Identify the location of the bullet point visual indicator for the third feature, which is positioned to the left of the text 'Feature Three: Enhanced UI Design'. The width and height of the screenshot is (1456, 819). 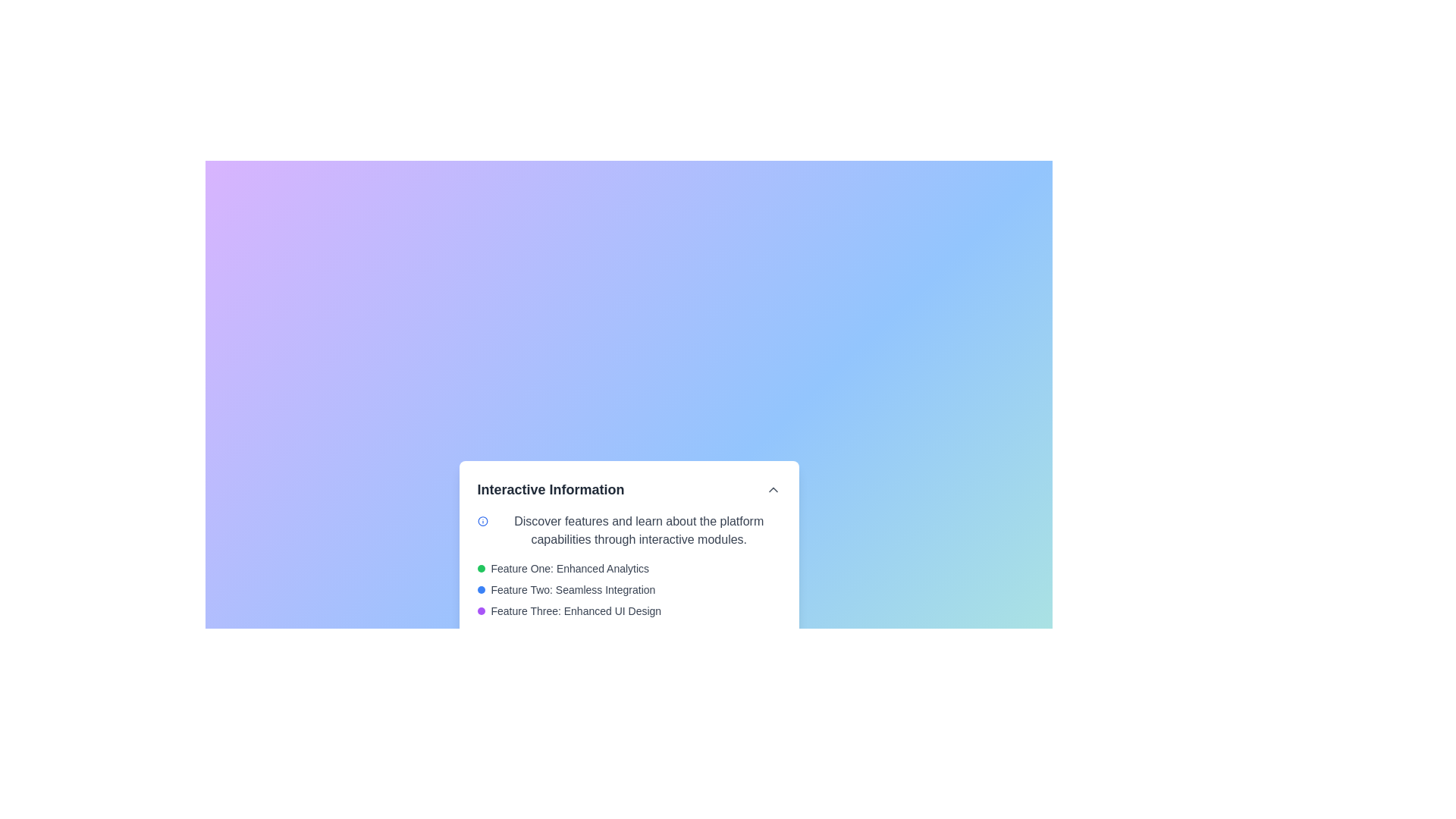
(480, 610).